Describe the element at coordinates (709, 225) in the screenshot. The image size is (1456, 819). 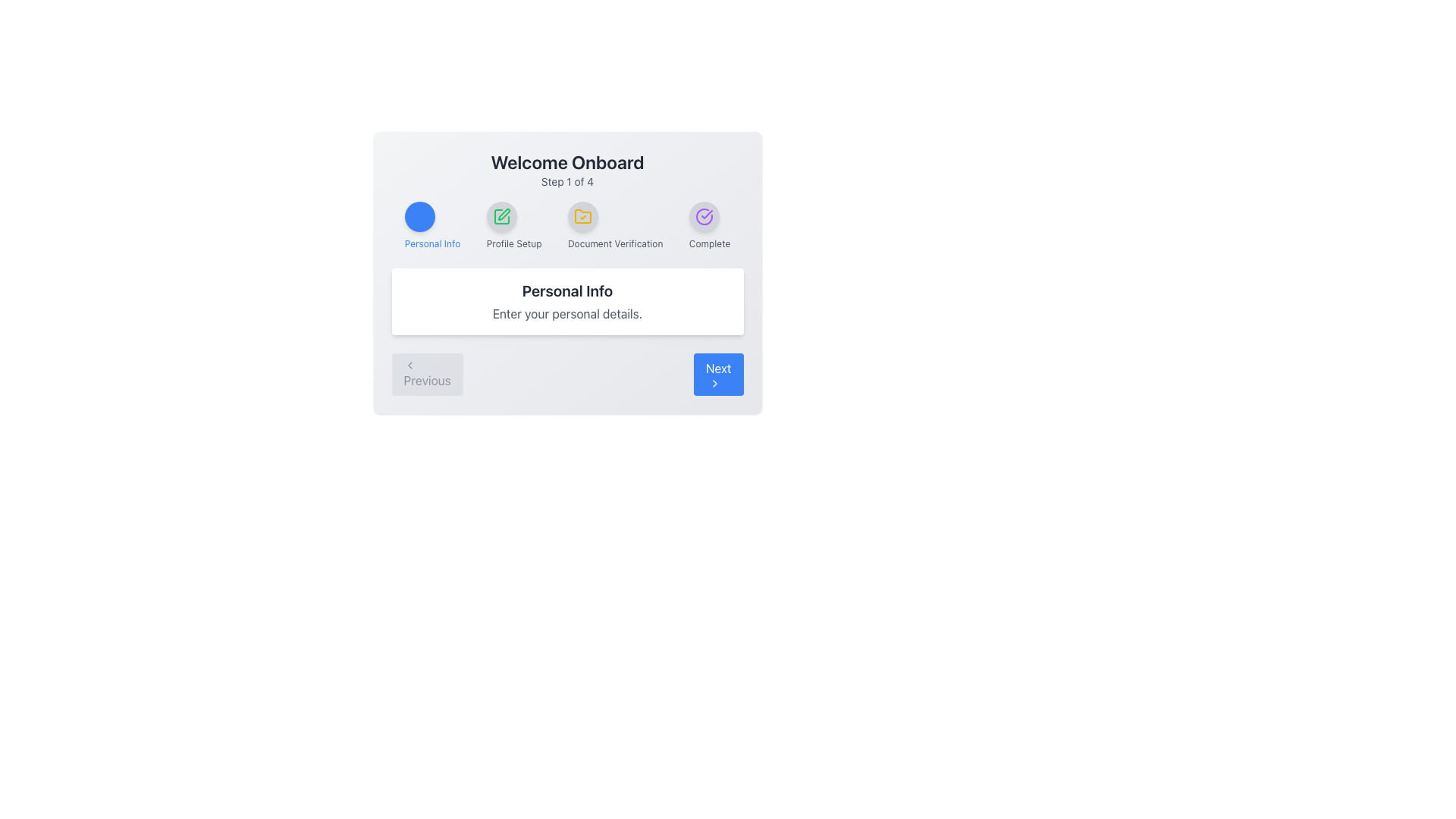
I see `the 'Complete' stage Progress Indicator Icon and Label, which is the last item in the progress sequence located at the far-right of the progress indicator section` at that location.